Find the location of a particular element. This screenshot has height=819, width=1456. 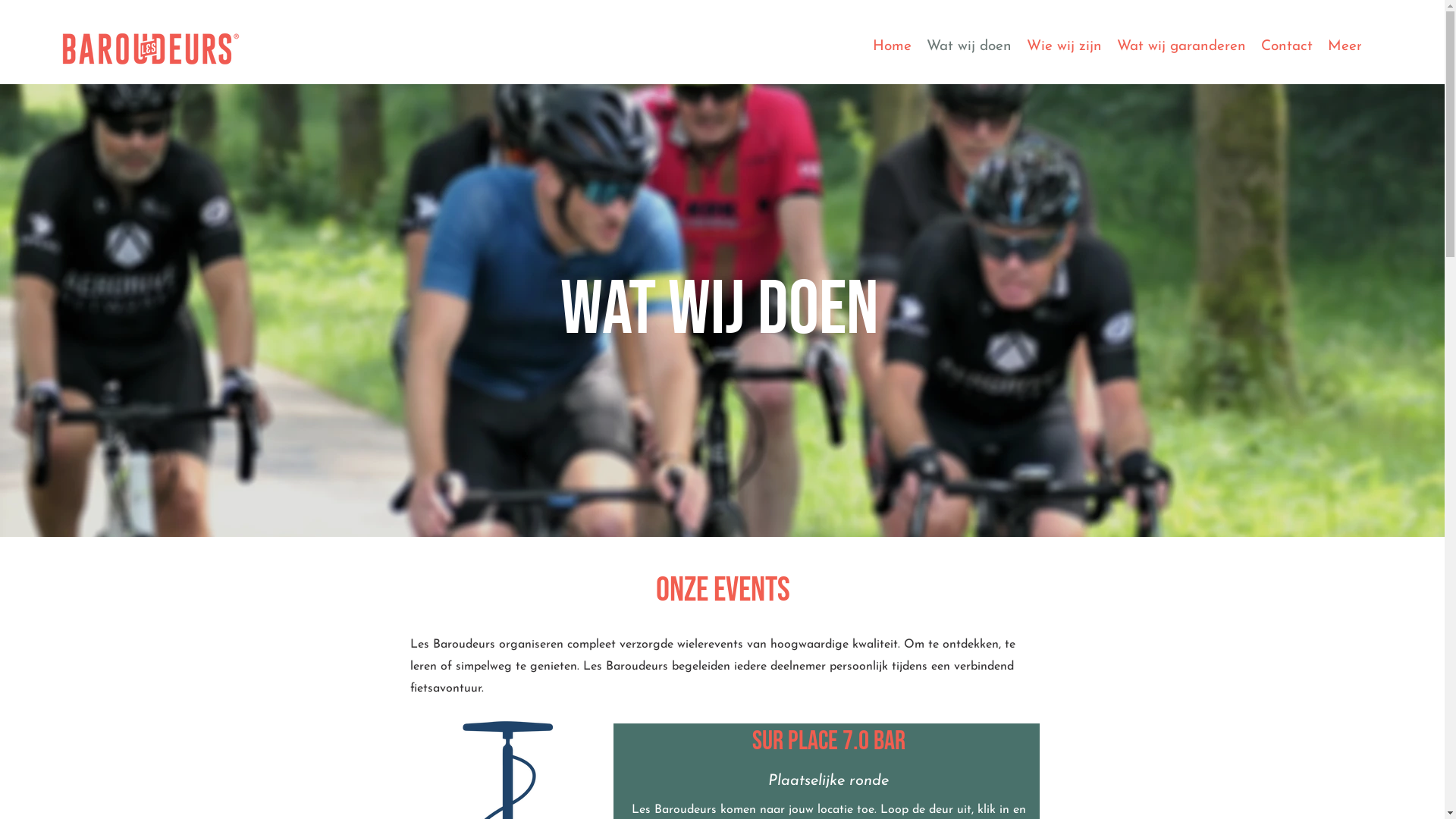

'Wie wij zijn' is located at coordinates (1063, 48).